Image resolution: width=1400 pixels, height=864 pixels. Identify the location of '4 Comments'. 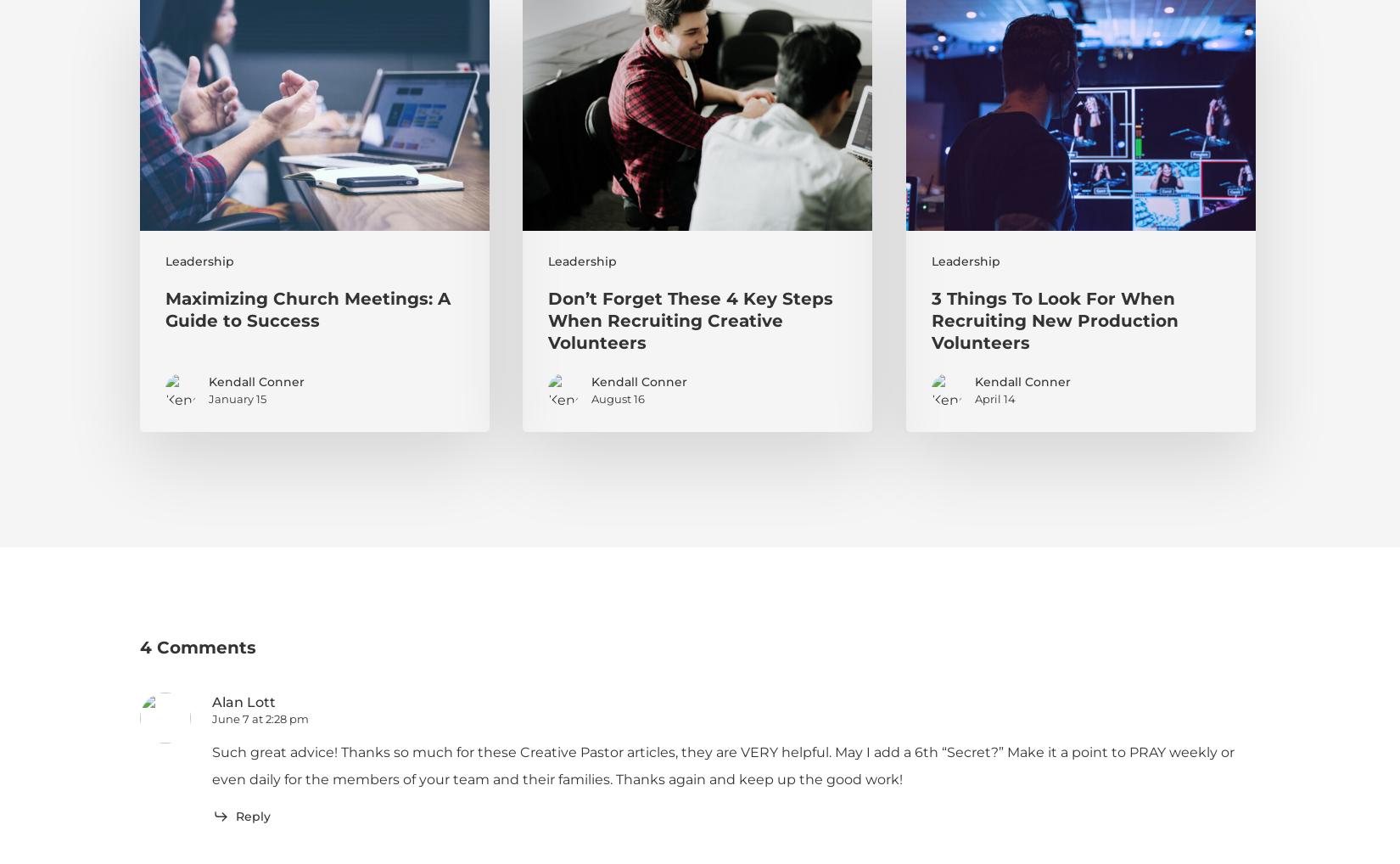
(198, 646).